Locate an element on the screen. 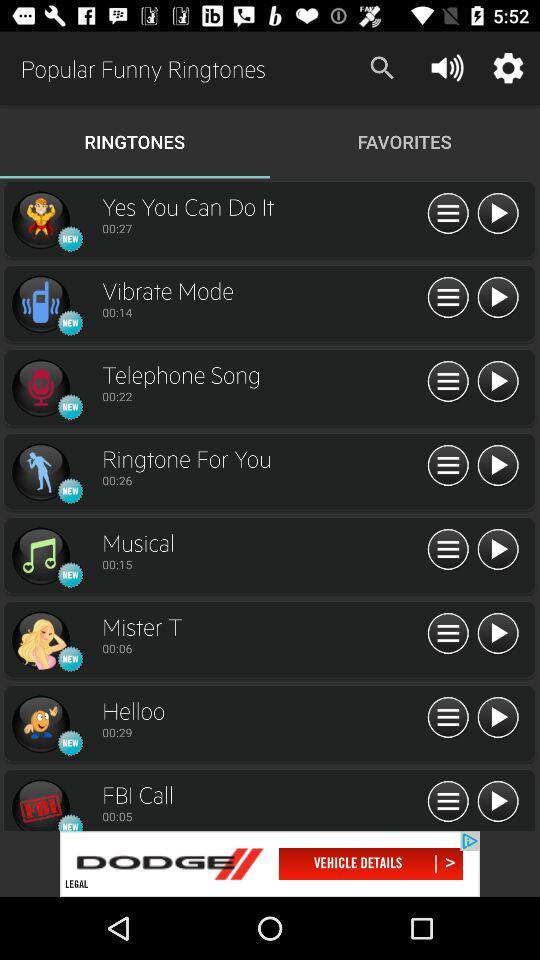 Image resolution: width=540 pixels, height=960 pixels. preview song is located at coordinates (40, 804).